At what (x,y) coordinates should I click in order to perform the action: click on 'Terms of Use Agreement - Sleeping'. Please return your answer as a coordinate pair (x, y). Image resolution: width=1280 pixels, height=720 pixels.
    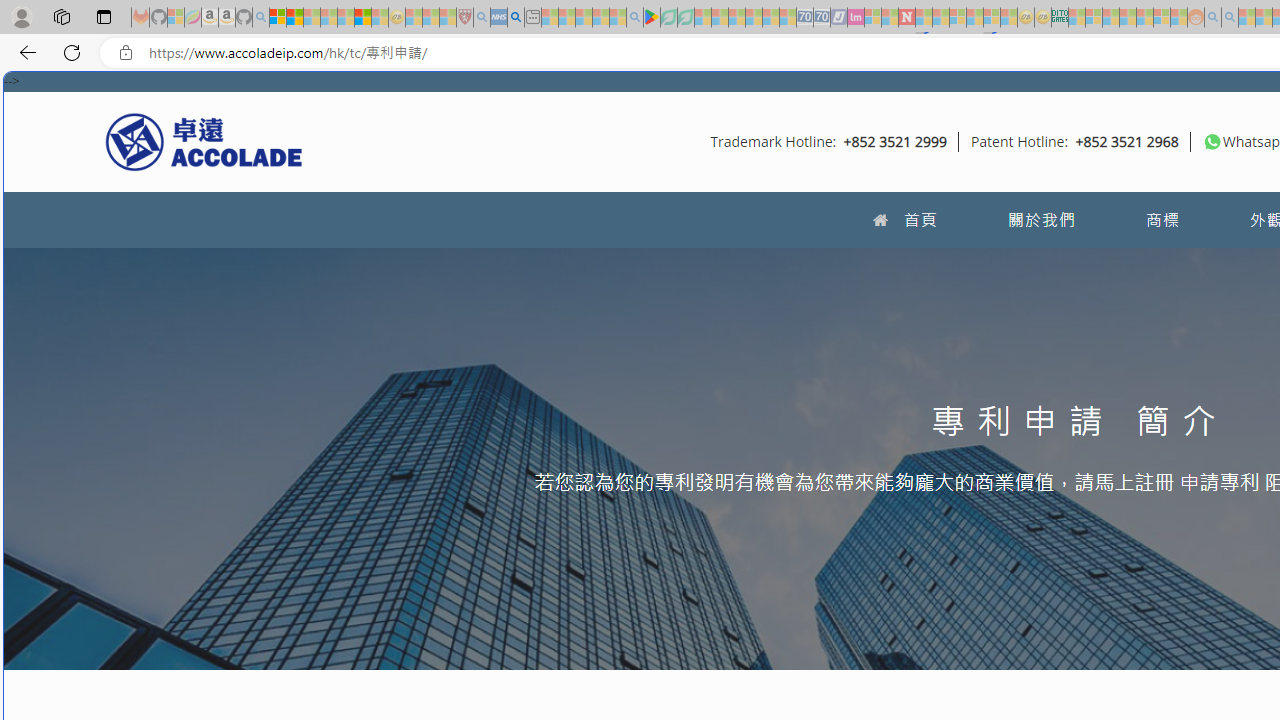
    Looking at the image, I should click on (668, 17).